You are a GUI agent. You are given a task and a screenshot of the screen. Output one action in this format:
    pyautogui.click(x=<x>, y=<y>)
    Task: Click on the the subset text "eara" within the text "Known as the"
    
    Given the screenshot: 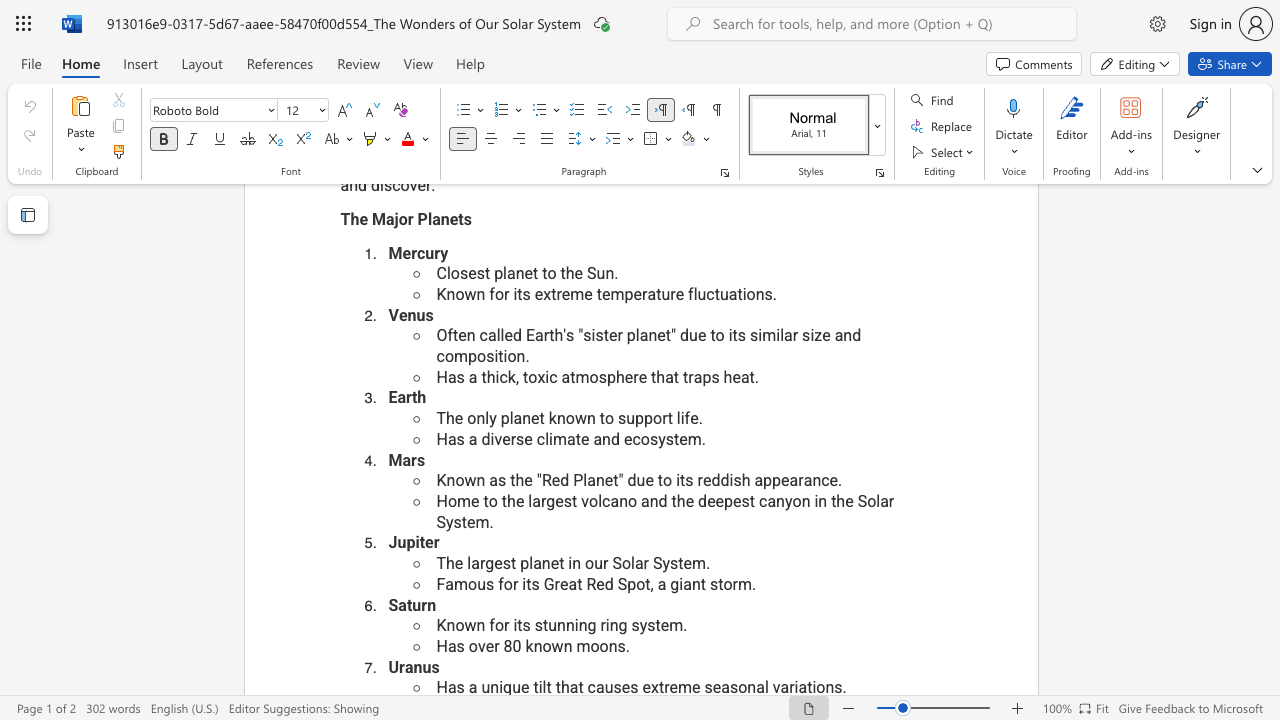 What is the action you would take?
    pyautogui.click(x=780, y=480)
    